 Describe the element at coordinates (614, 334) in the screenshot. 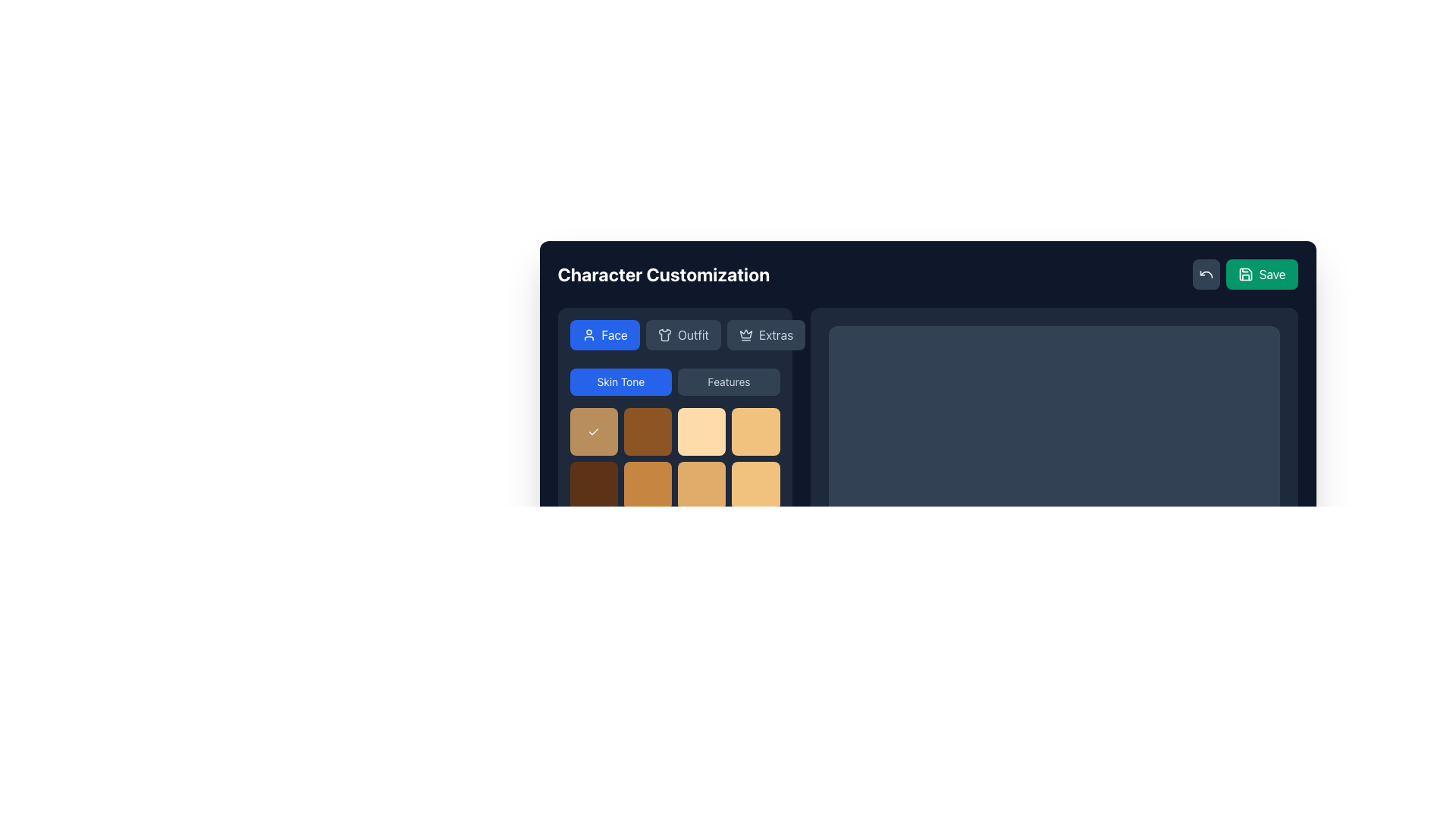

I see `the 'Face' button label` at that location.